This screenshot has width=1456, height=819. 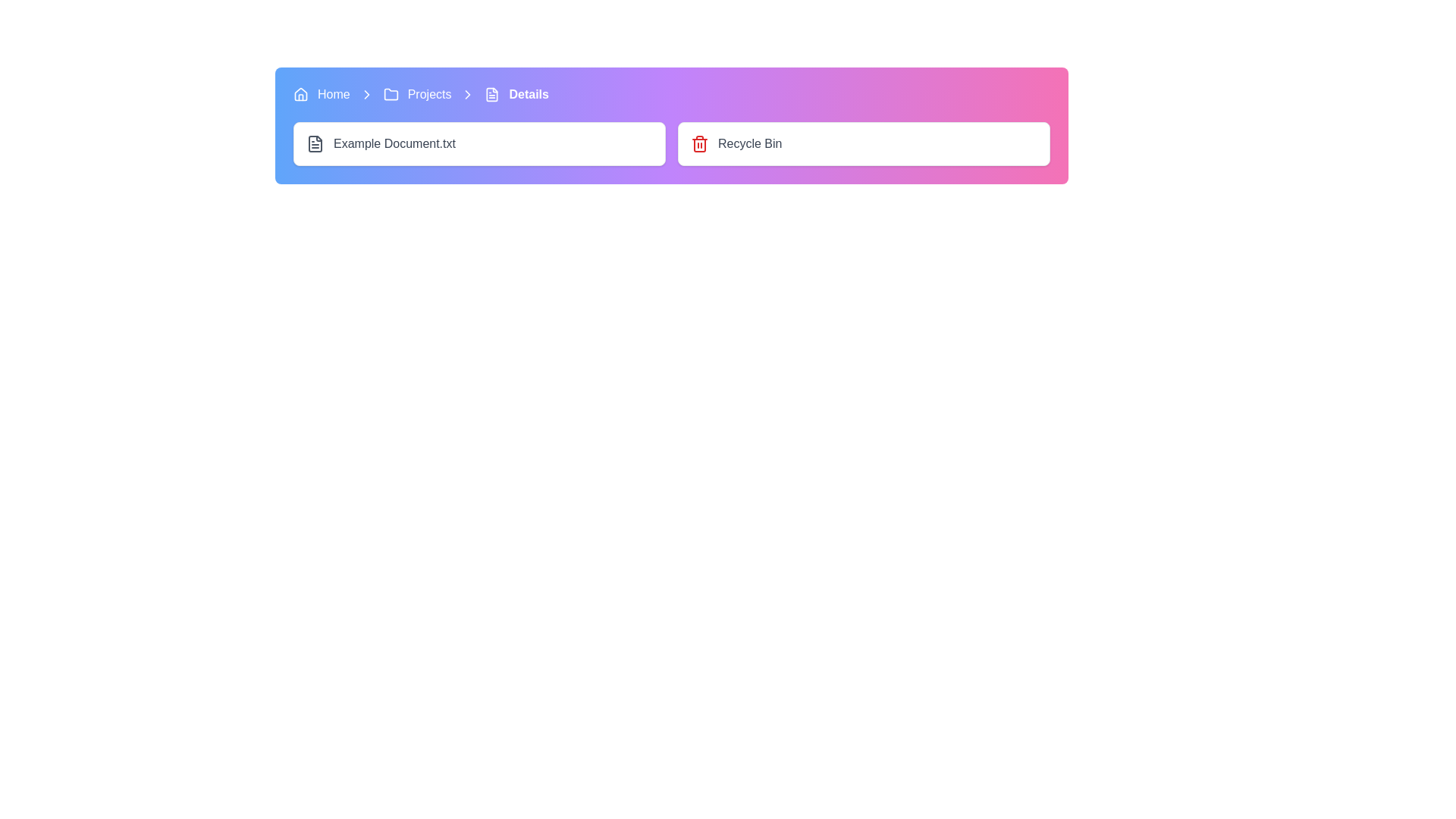 What do you see at coordinates (315, 143) in the screenshot?
I see `the file icon styled as a document with text, located next to the label 'Example Document.txt', to initiate a file-related action` at bounding box center [315, 143].